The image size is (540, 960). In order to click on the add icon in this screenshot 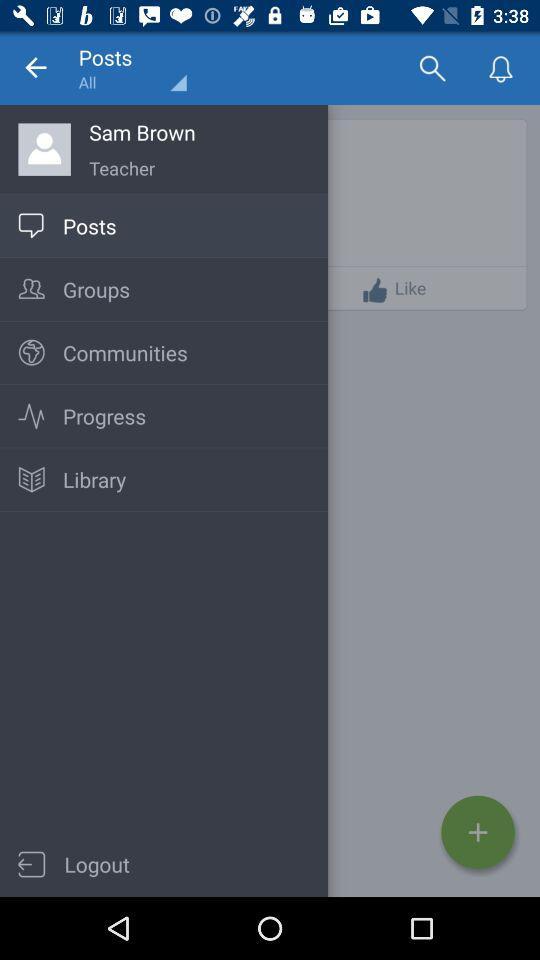, I will do `click(477, 832)`.